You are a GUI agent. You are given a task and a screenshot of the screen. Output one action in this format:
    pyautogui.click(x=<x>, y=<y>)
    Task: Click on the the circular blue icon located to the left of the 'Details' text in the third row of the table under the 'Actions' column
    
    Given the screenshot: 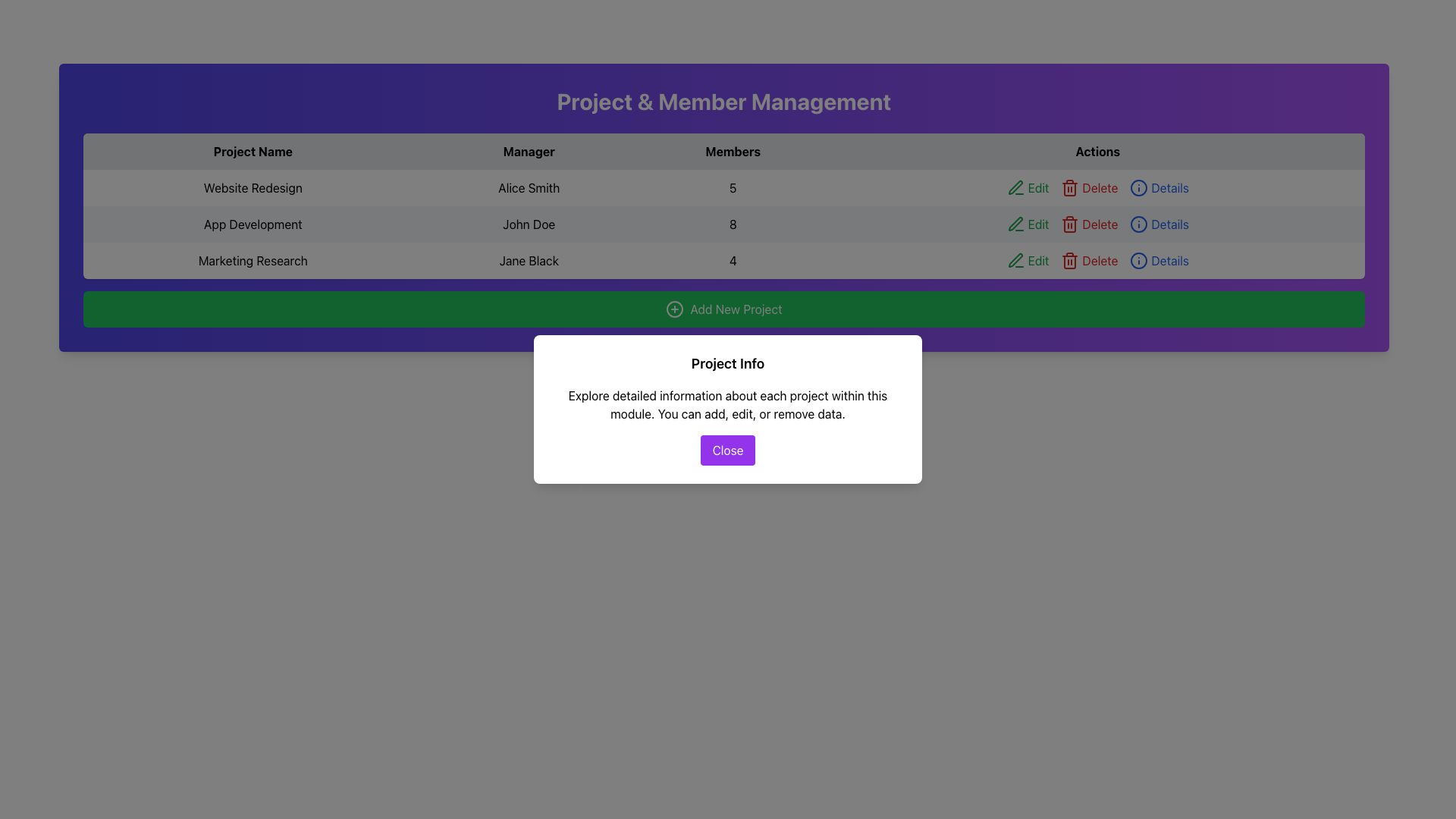 What is the action you would take?
    pyautogui.click(x=1139, y=259)
    